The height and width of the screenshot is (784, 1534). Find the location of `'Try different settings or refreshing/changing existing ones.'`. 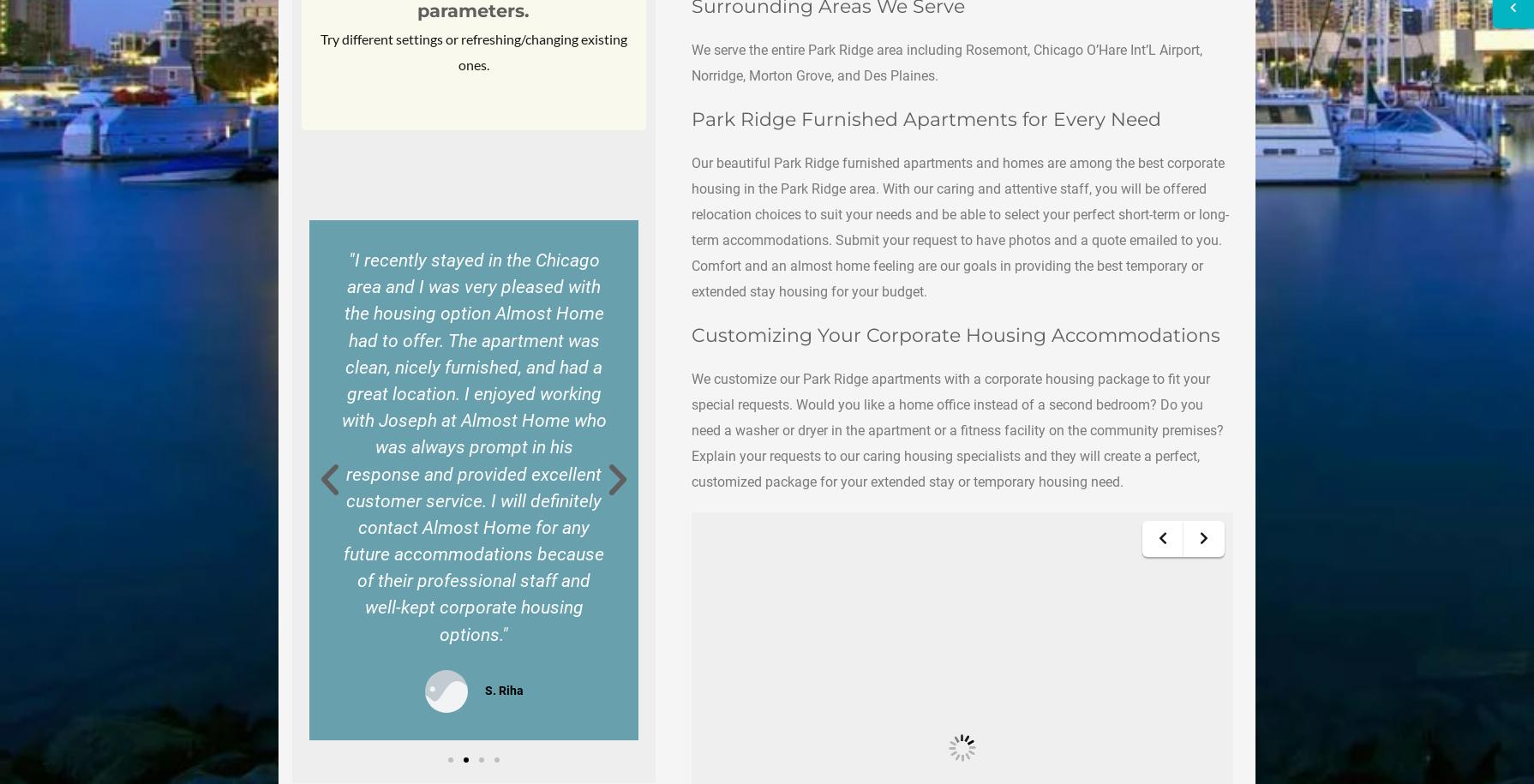

'Try different settings or refreshing/changing existing ones.' is located at coordinates (472, 51).